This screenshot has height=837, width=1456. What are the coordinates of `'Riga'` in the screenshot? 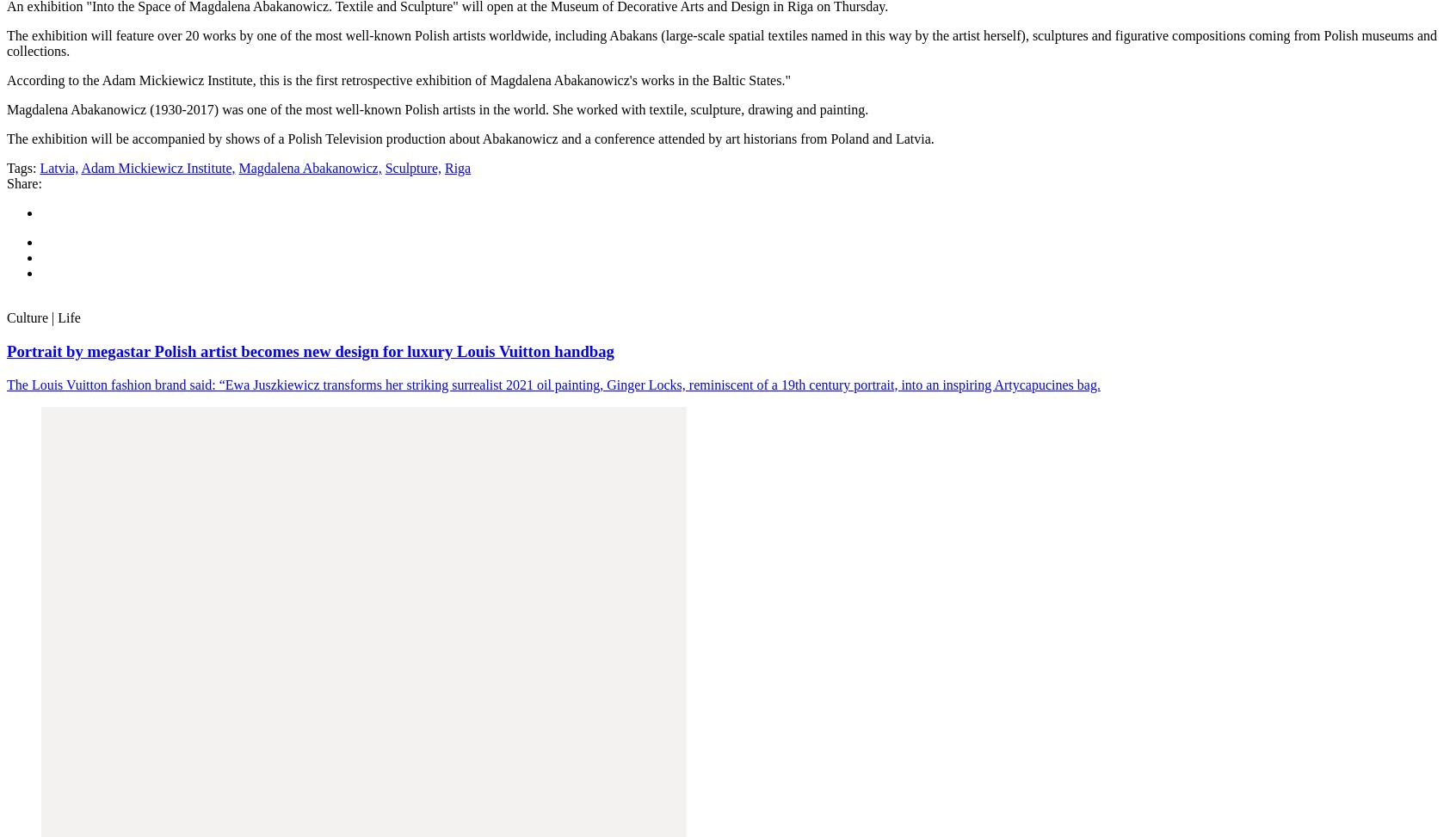 It's located at (457, 168).